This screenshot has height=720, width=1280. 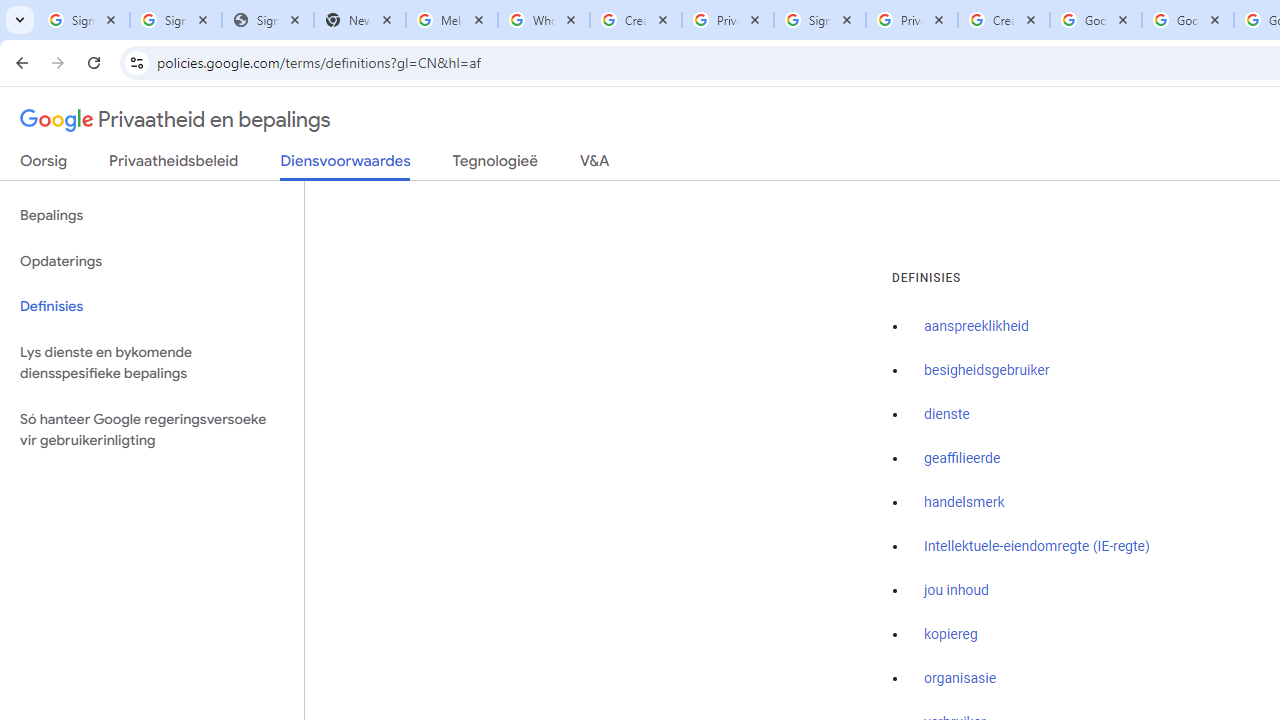 What do you see at coordinates (946, 414) in the screenshot?
I see `'dienste'` at bounding box center [946, 414].